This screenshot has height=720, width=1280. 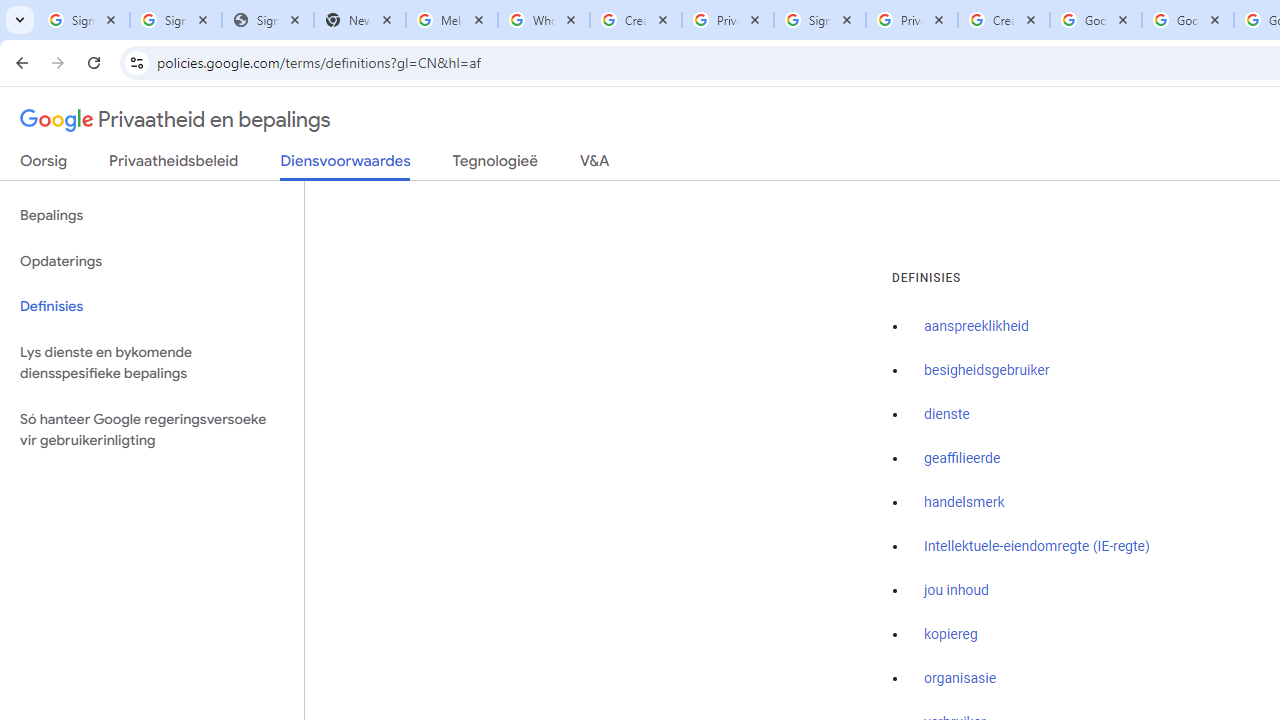 What do you see at coordinates (946, 414) in the screenshot?
I see `'dienste'` at bounding box center [946, 414].